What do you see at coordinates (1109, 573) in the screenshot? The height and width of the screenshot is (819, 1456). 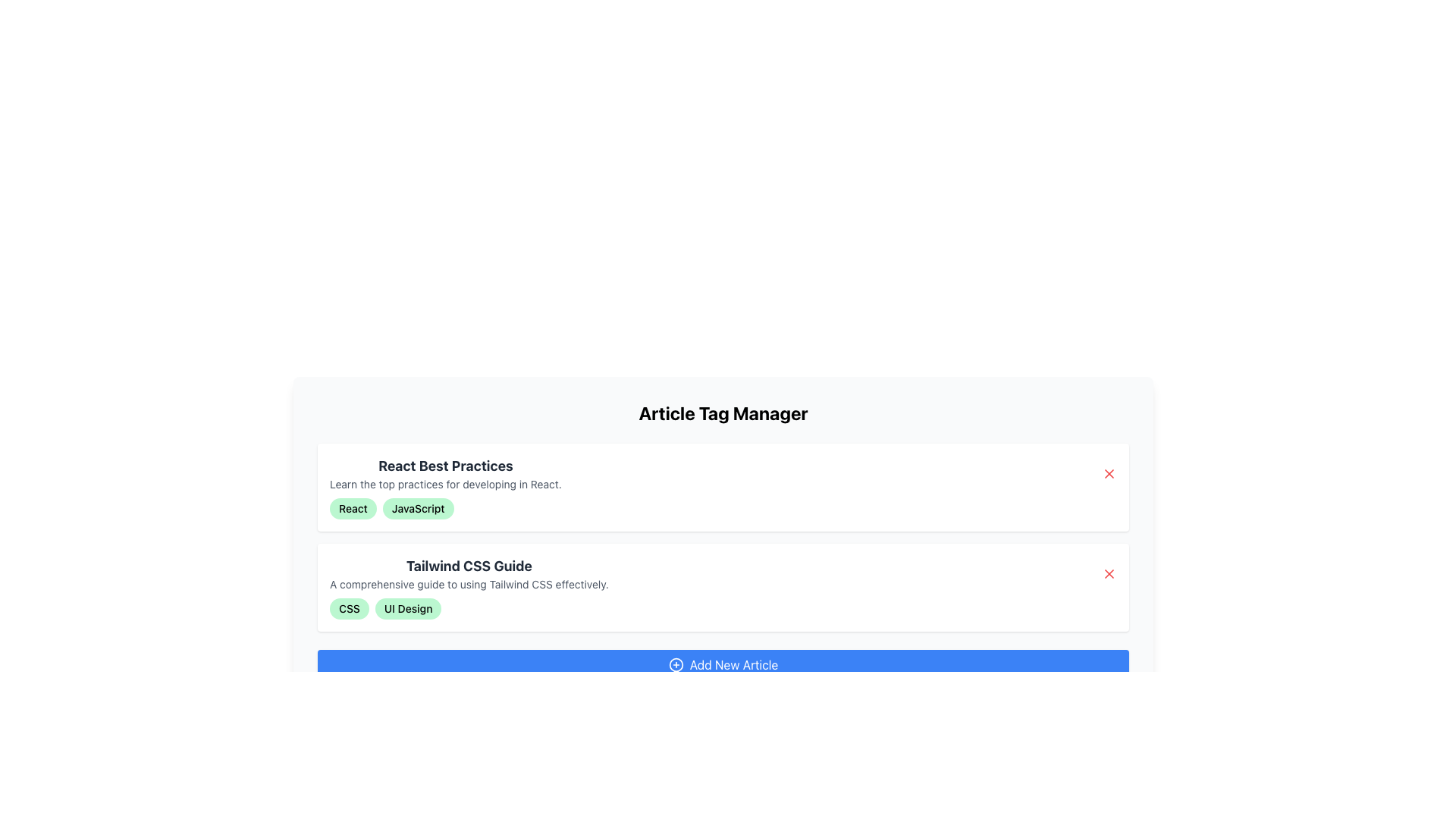 I see `the small red 'X' icon representing the close button located in the upper-right corner of the rectangular box containing the 'Tailwind CSS Guide' title and description` at bounding box center [1109, 573].